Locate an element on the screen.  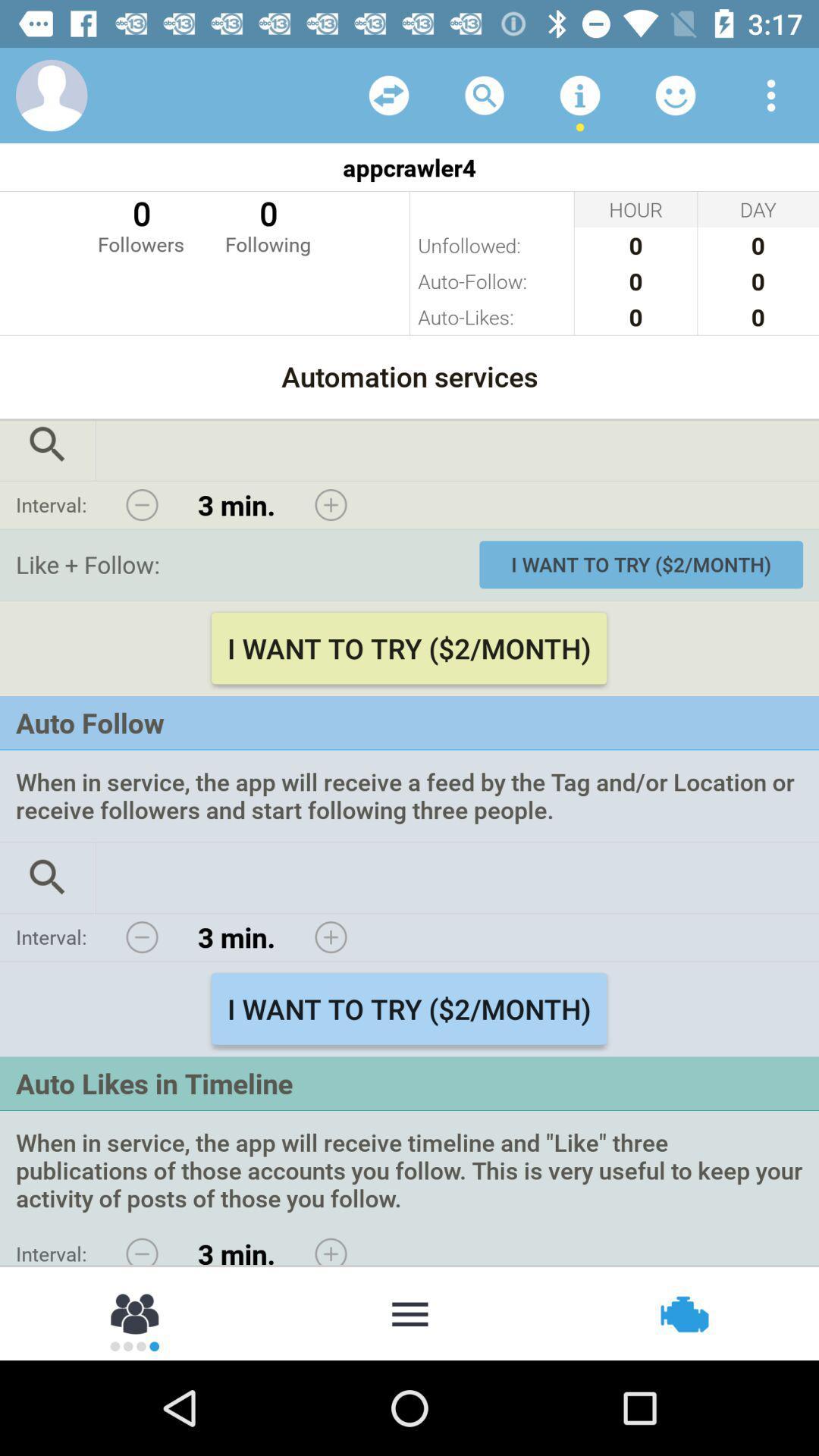
switch between forward and backward is located at coordinates (388, 94).